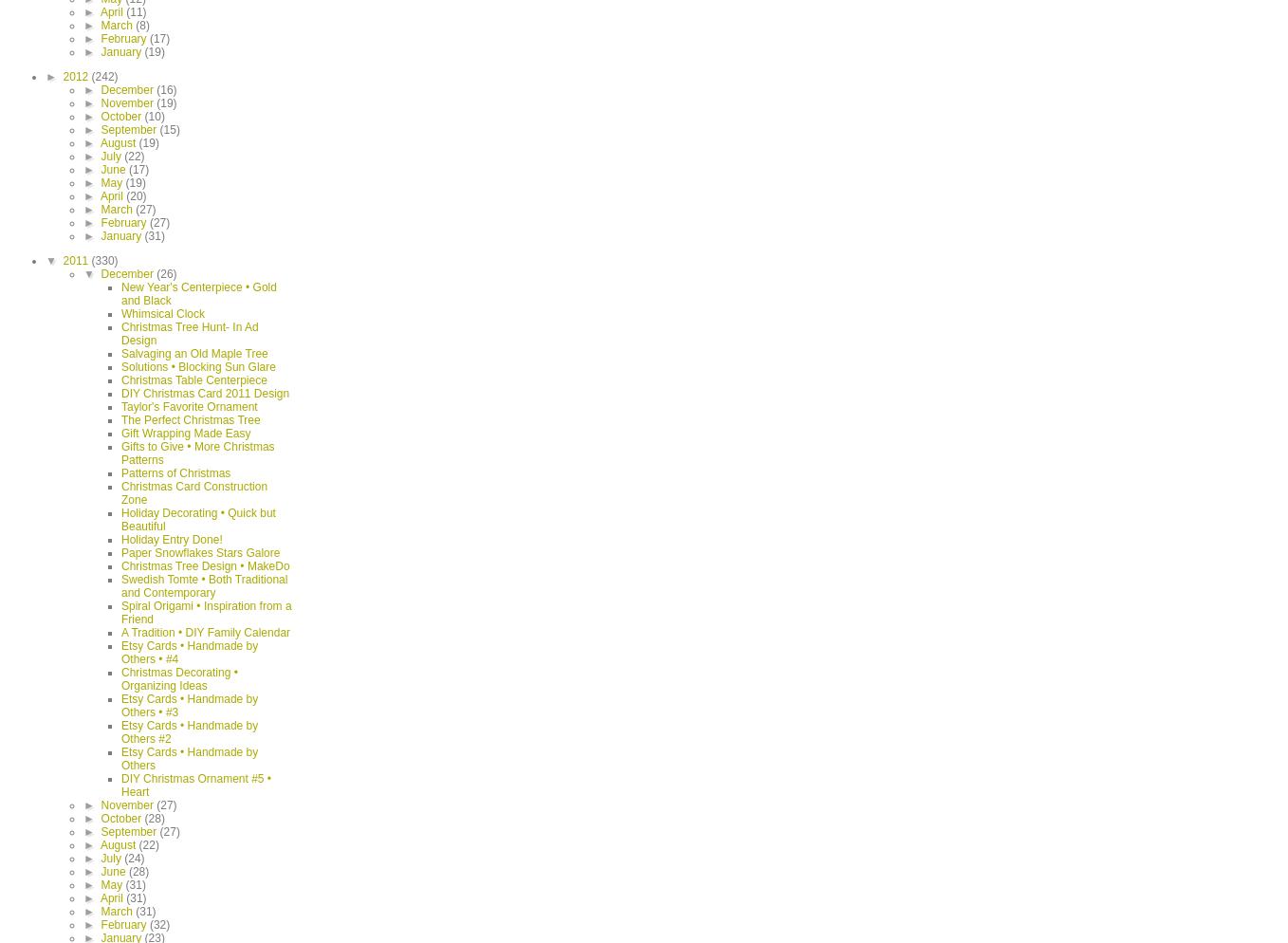  I want to click on '(20)', so click(124, 194).